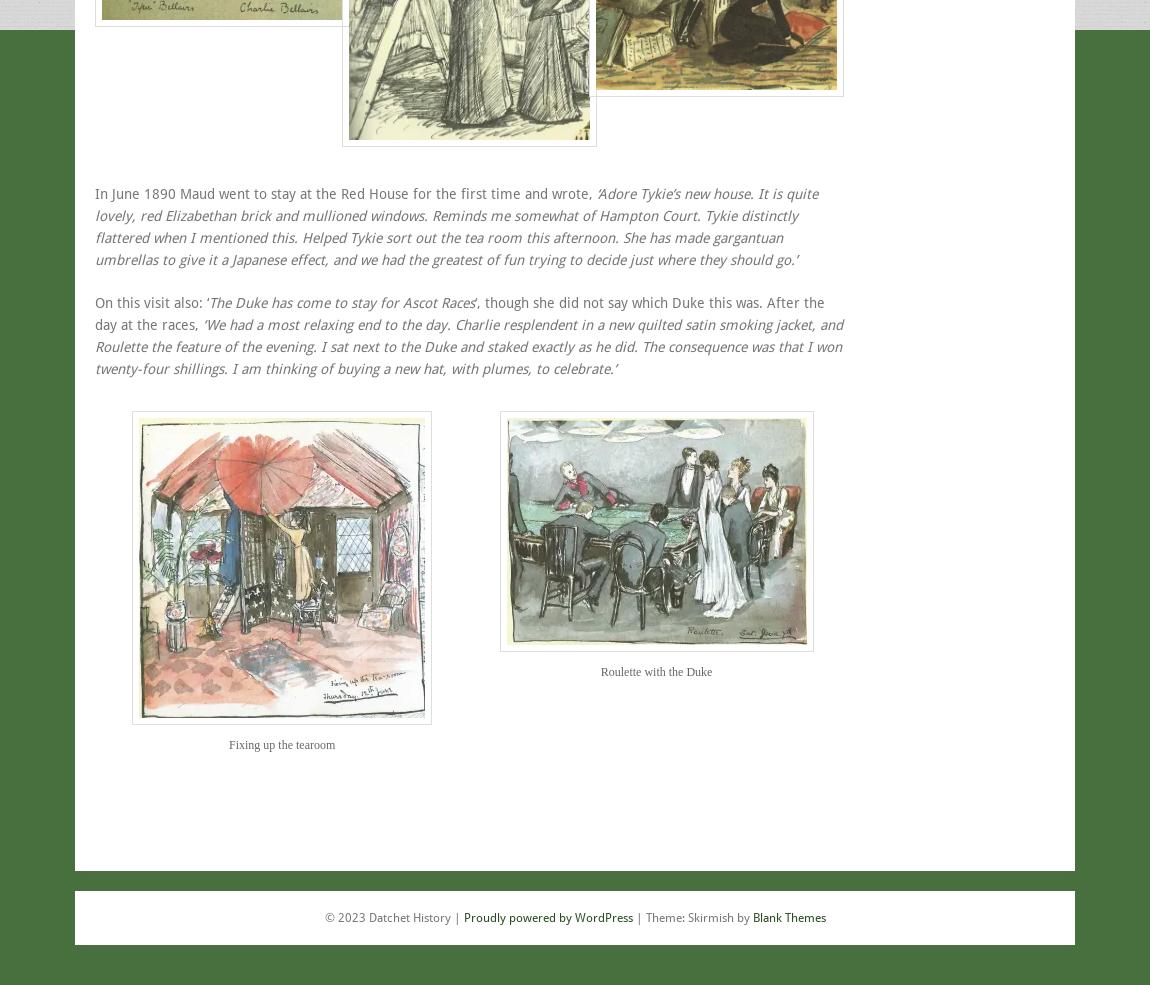 Image resolution: width=1150 pixels, height=985 pixels. I want to click on 'Roulette with the Duke', so click(654, 669).